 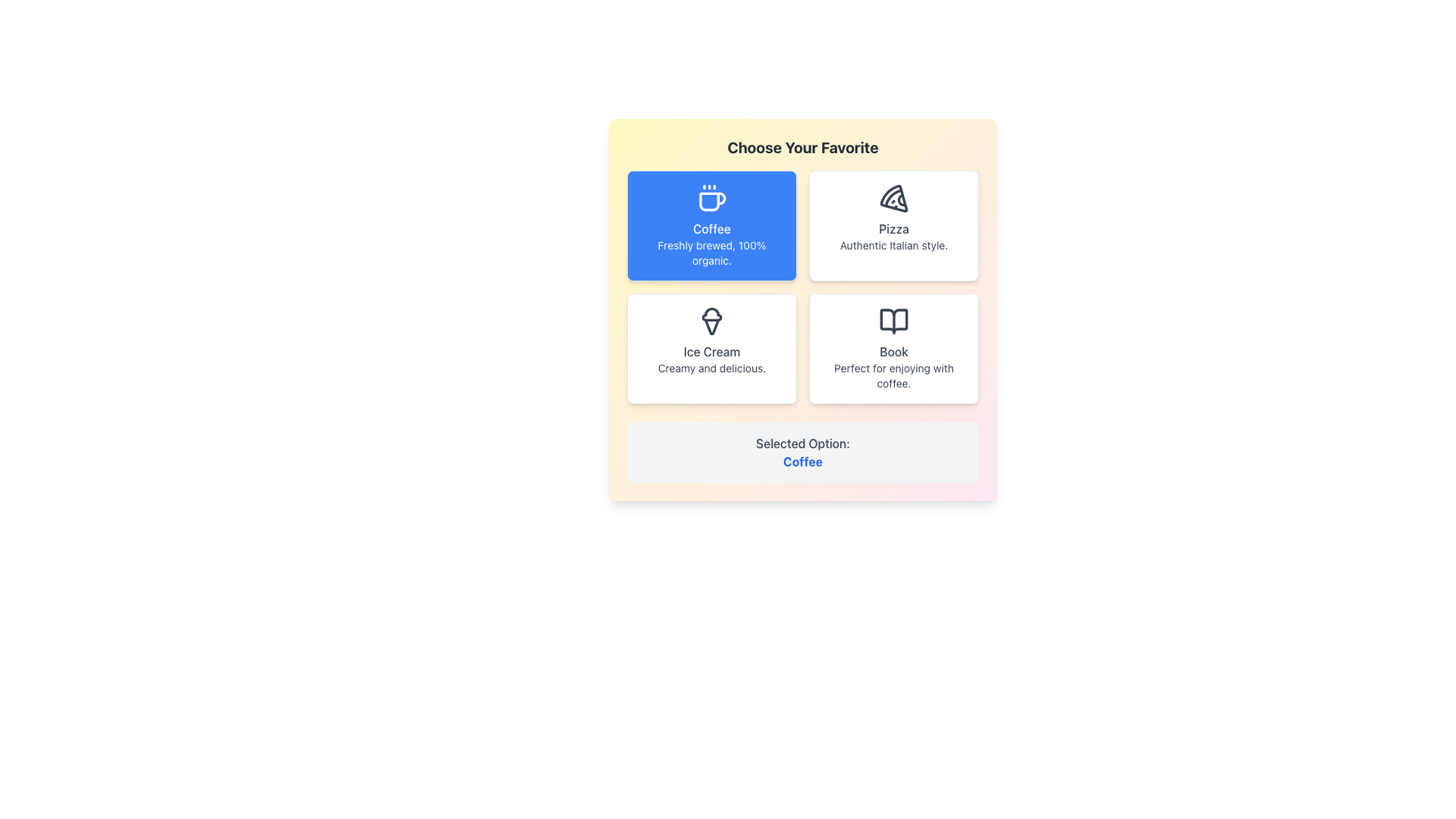 I want to click on the Text Label that provides additional context for the 'Pizza' option within the rectangular card, located centrally towards the bottom edge of the card, so click(x=894, y=245).